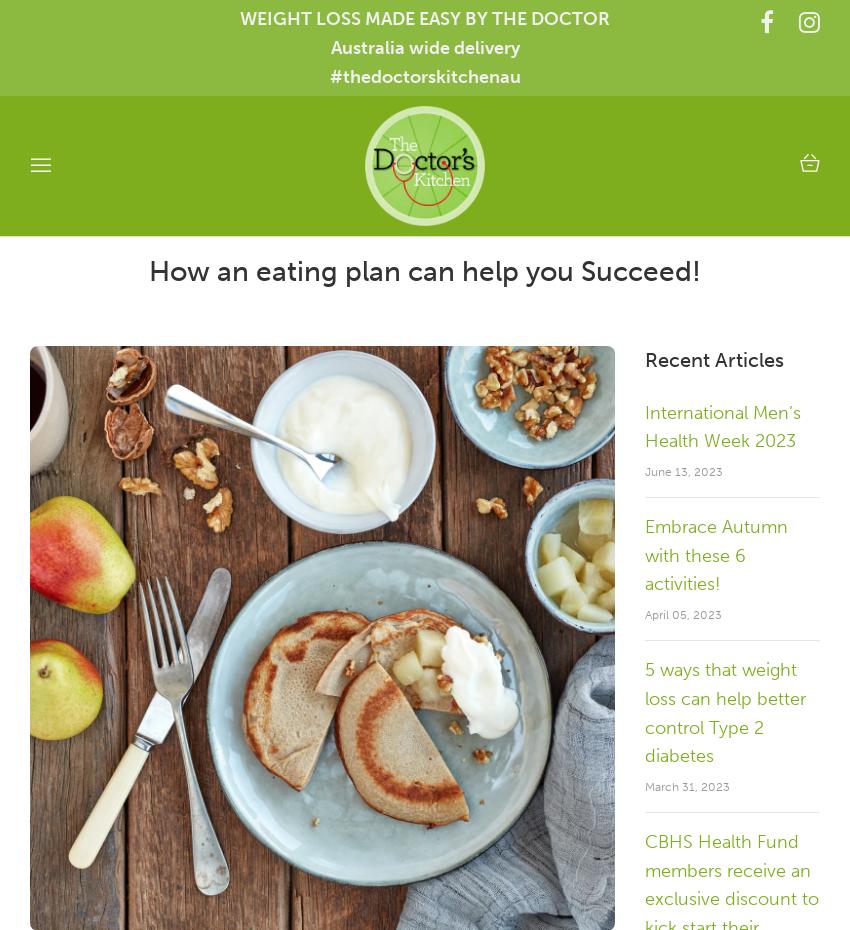 The image size is (850, 930). I want to click on 'March 31, 2023', so click(644, 785).